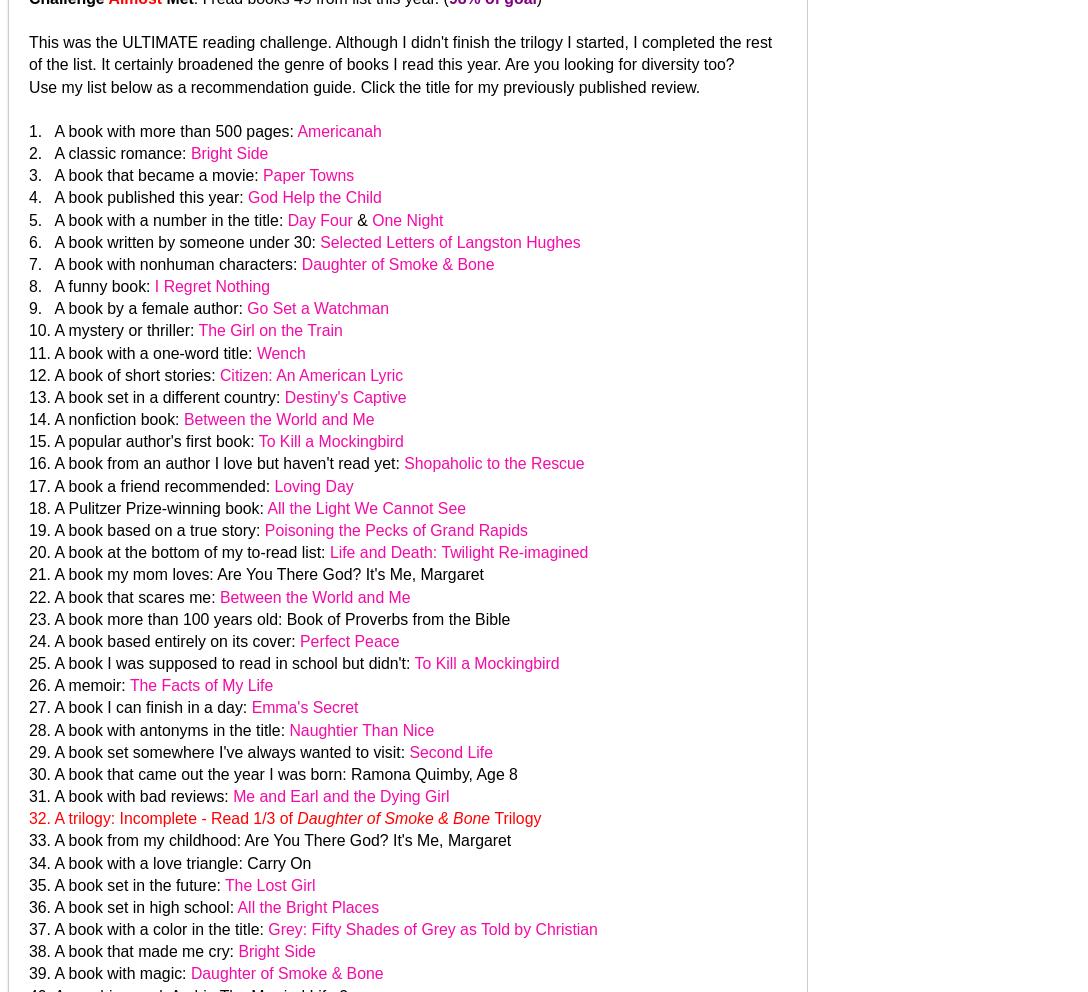  I want to click on '4.   A book published this year:', so click(137, 196).